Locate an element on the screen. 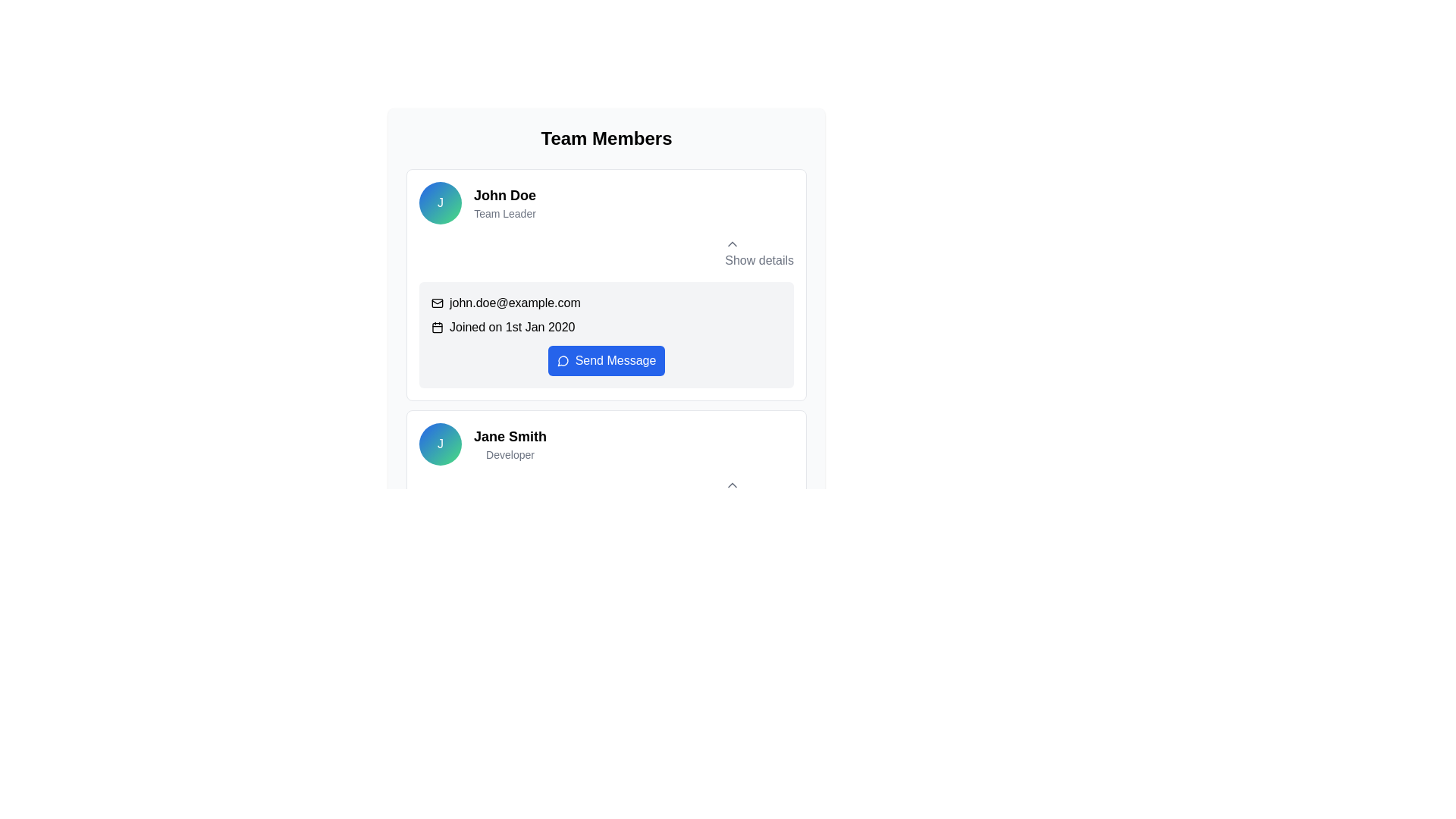  the circular icon with a speech bubble outline located inside the blue rectangular 'Send Message' button in John Doe's profile section under 'Team Members' is located at coordinates (562, 360).